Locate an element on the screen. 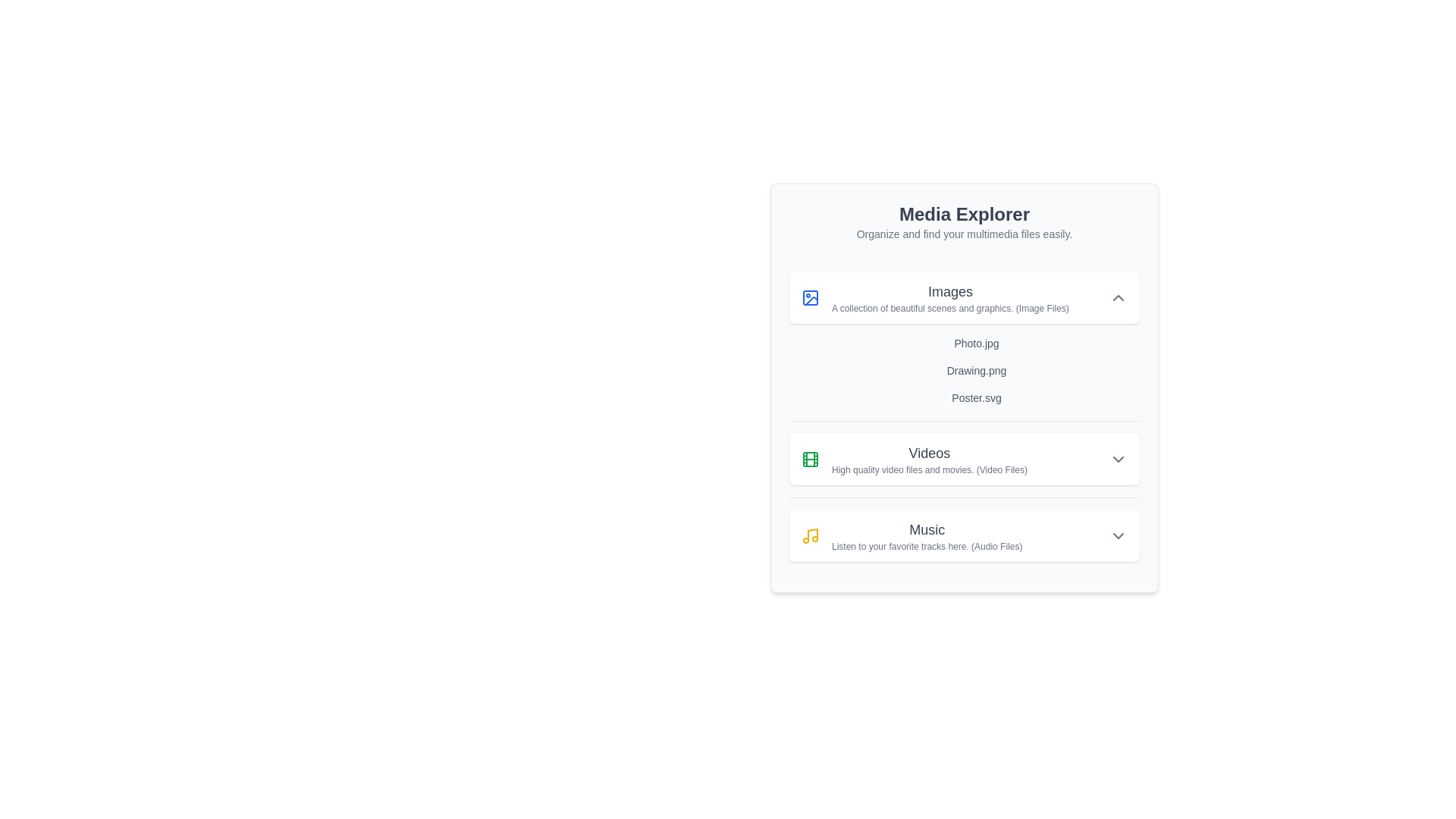 The height and width of the screenshot is (819, 1456). the descriptive text label that reads 'High quality video files and movies. (Video Files)' located under the 'Videos' label in the 'Media Explorer' interface is located at coordinates (928, 469).